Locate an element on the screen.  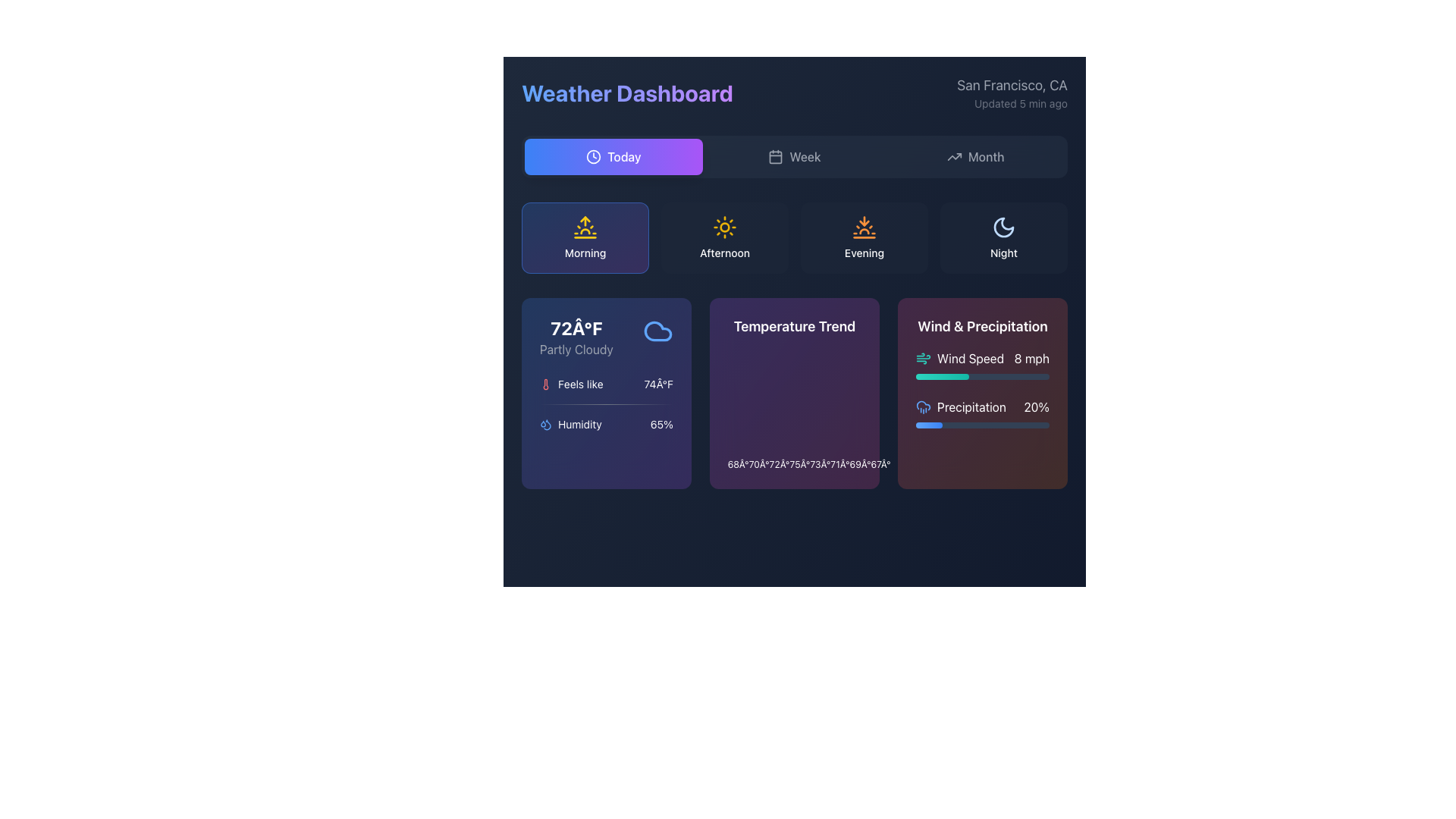
precipitation level is located at coordinates (988, 376).